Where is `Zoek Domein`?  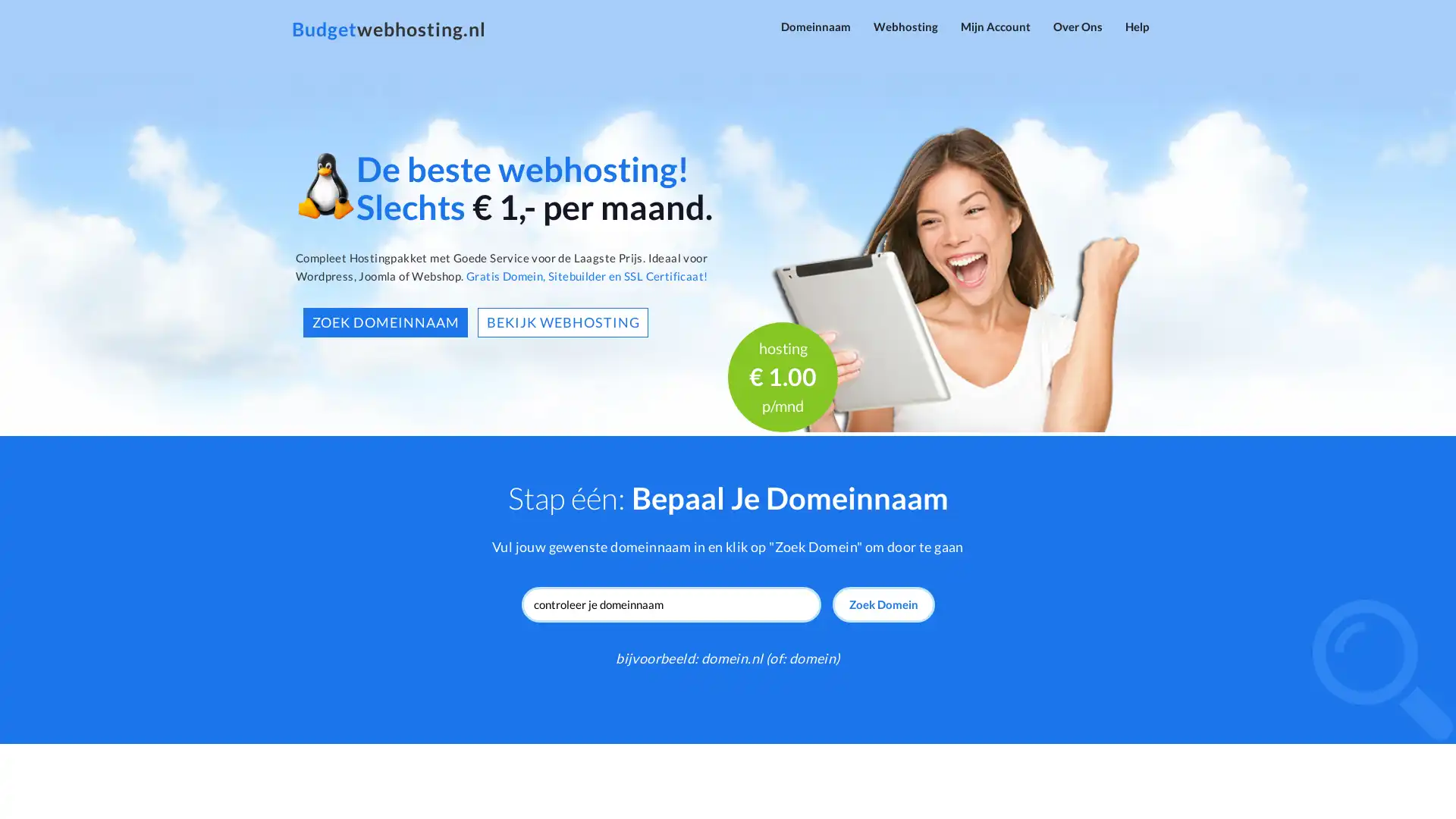 Zoek Domein is located at coordinates (883, 604).